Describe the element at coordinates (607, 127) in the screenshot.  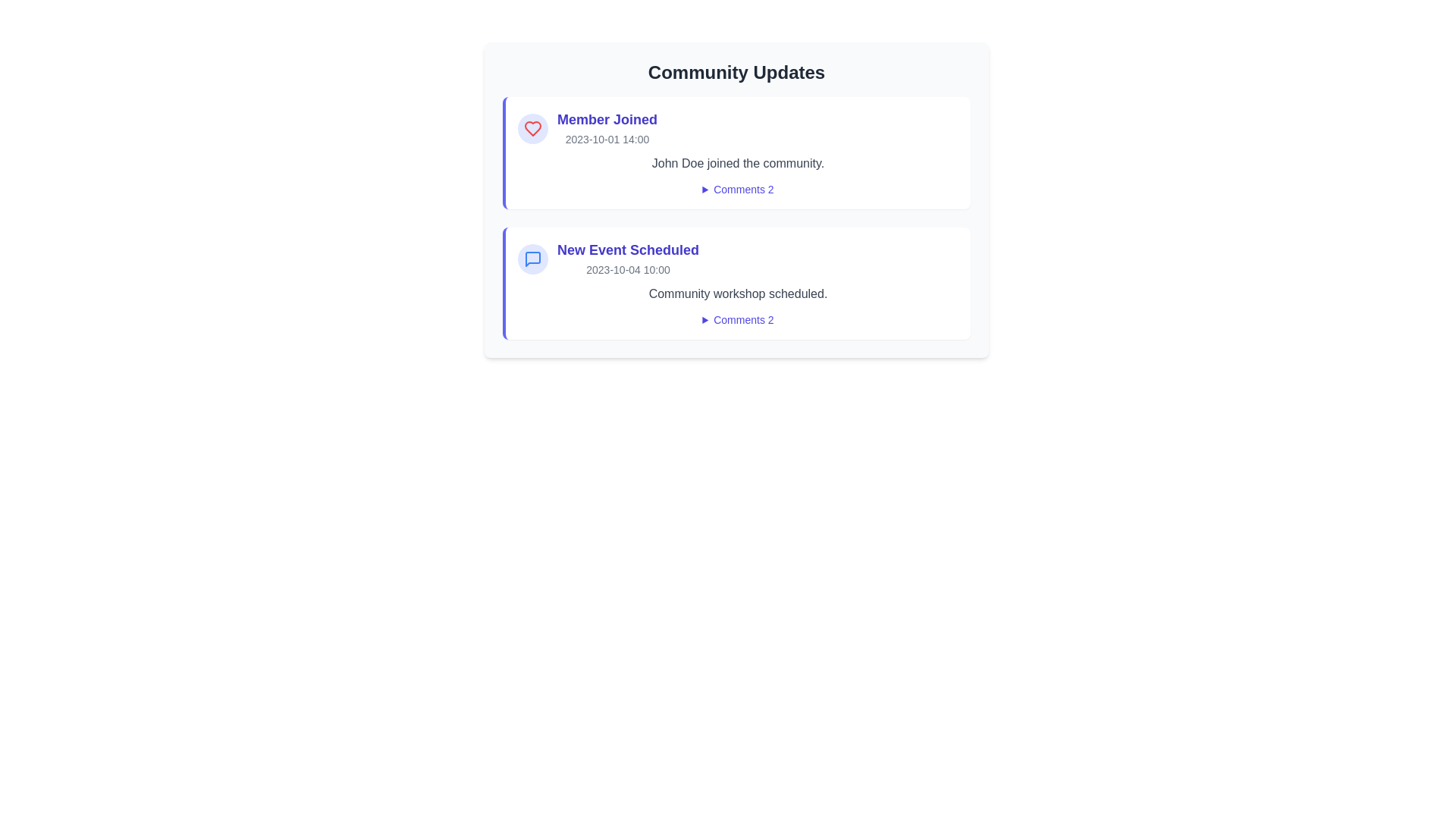
I see `'Member Joined' text and its timestamp '2023-10-01 14:00' located in the top section of the 'Community Updates' card` at that location.